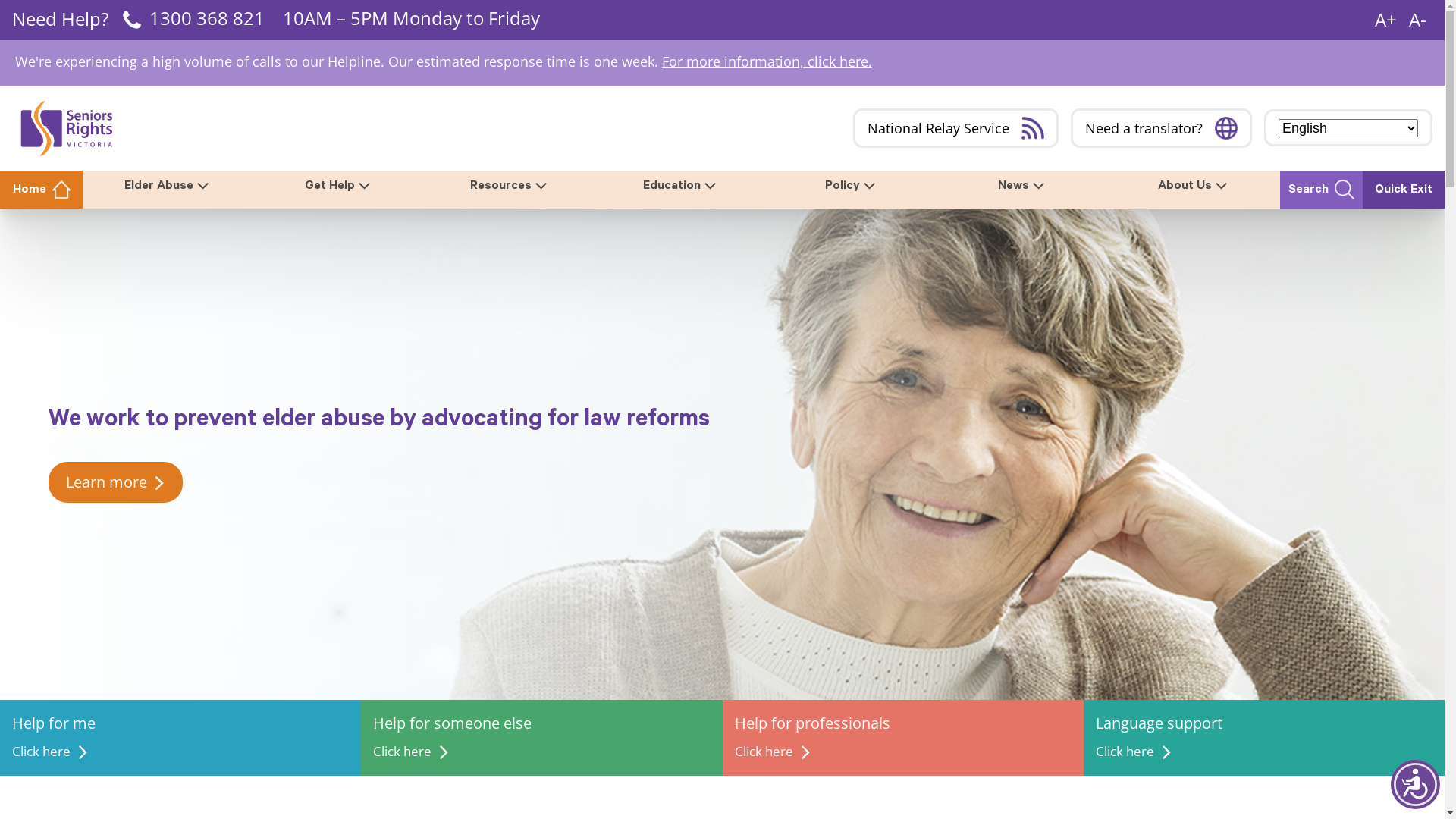  I want to click on 'Get Help', so click(338, 185).